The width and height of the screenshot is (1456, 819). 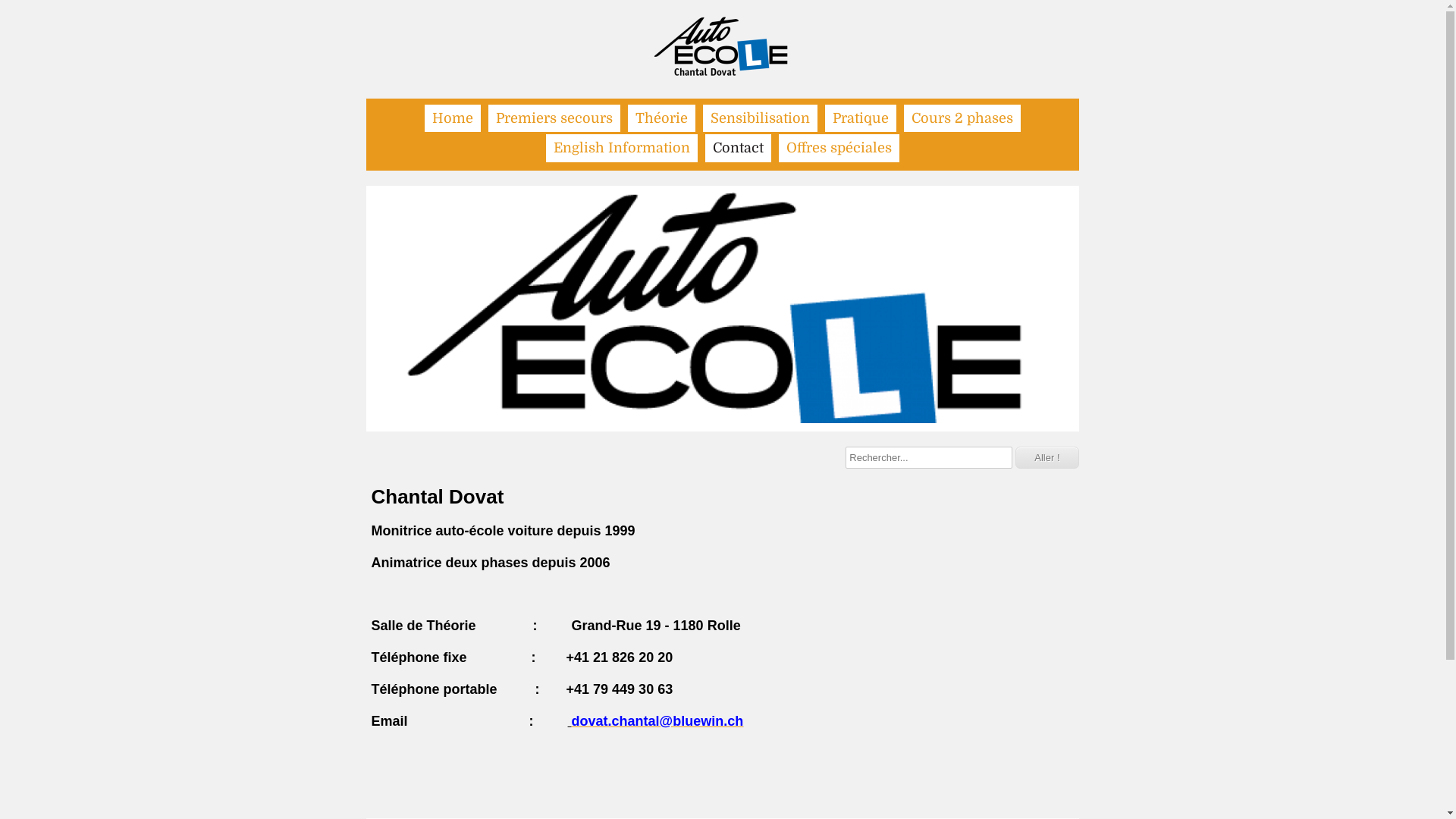 What do you see at coordinates (488, 117) in the screenshot?
I see `'Premiers secours'` at bounding box center [488, 117].